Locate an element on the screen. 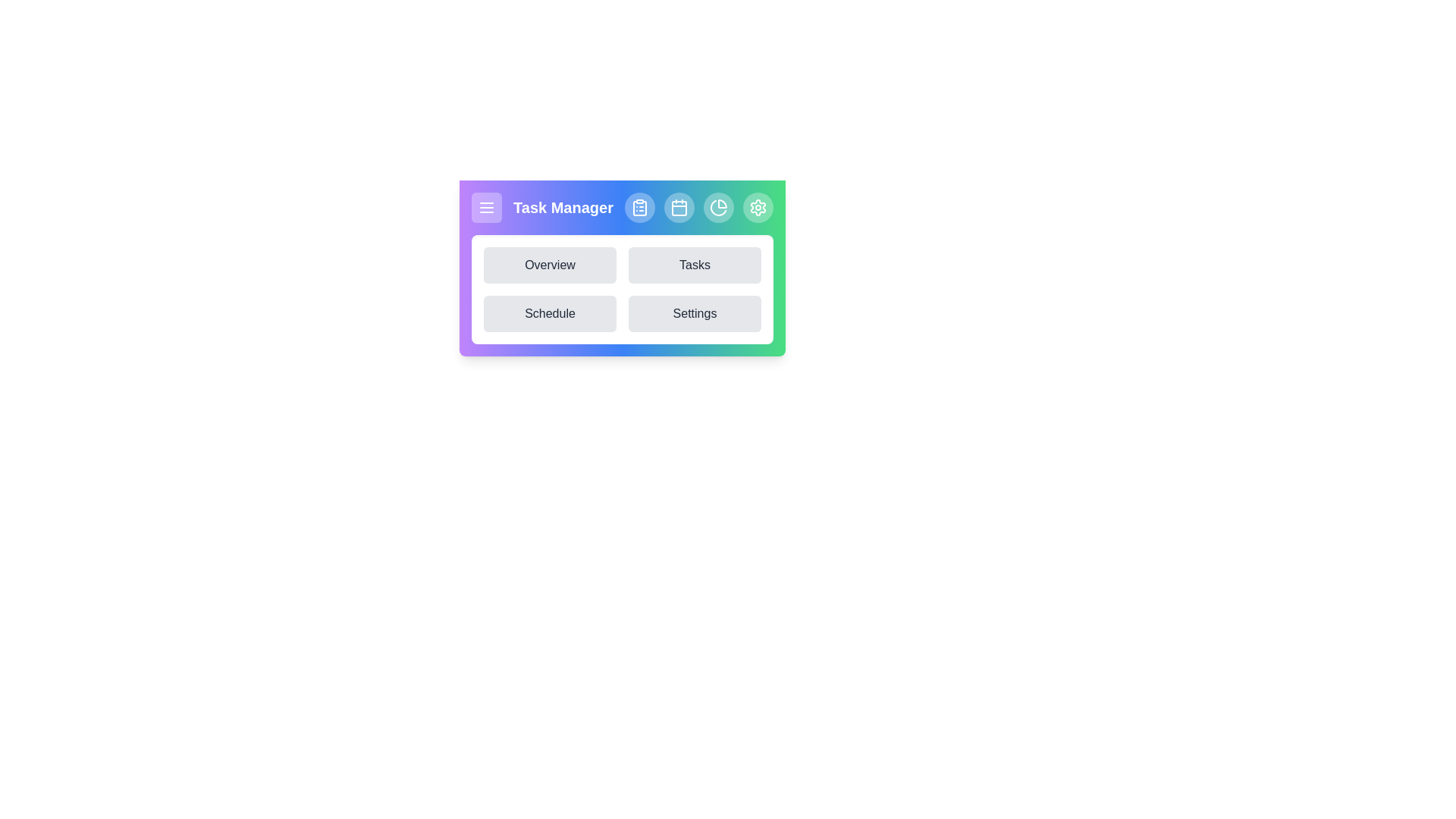 The image size is (1456, 819). the Settings navigation button is located at coordinates (694, 312).